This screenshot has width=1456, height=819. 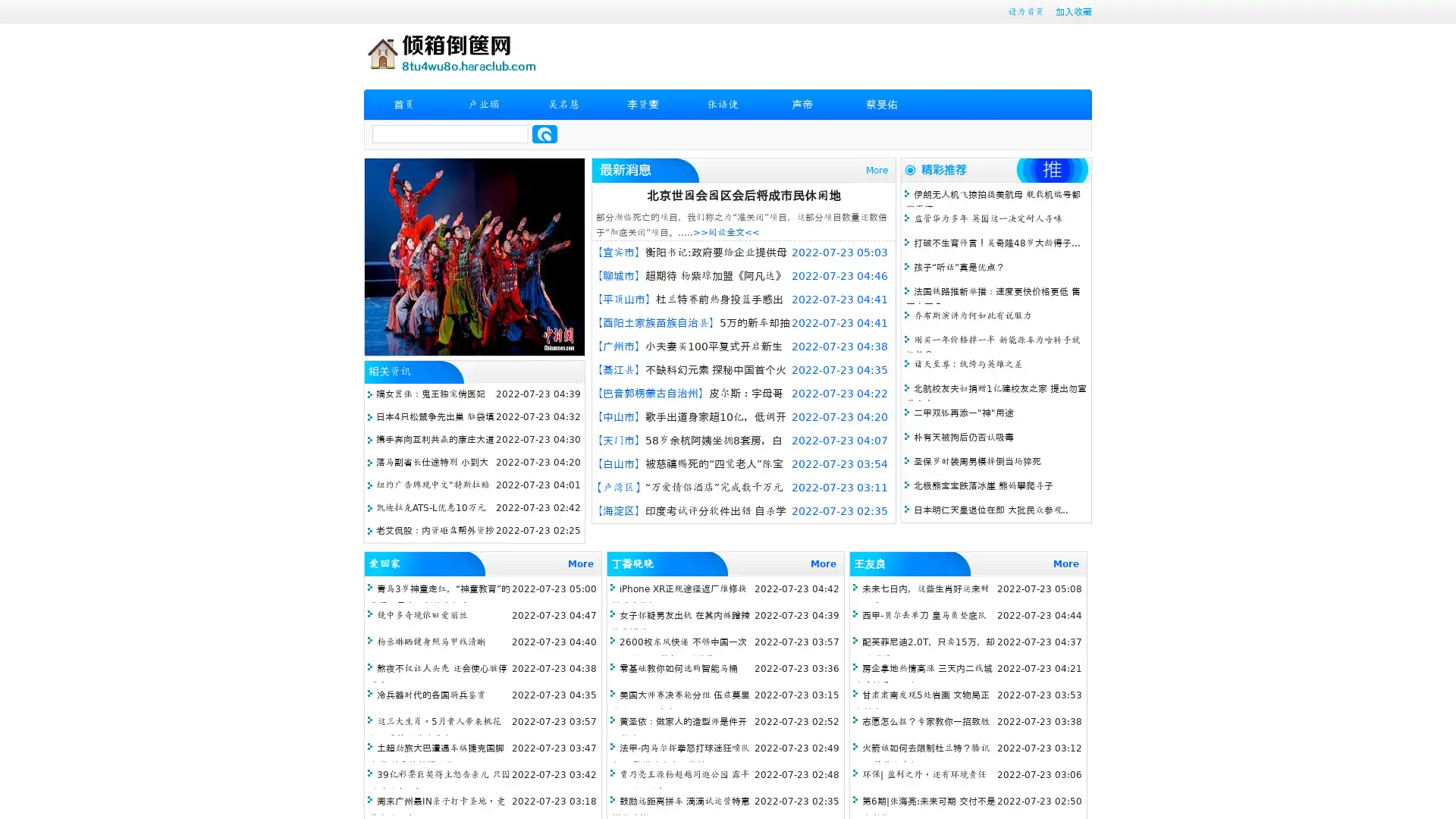 What do you see at coordinates (544, 133) in the screenshot?
I see `Search` at bounding box center [544, 133].